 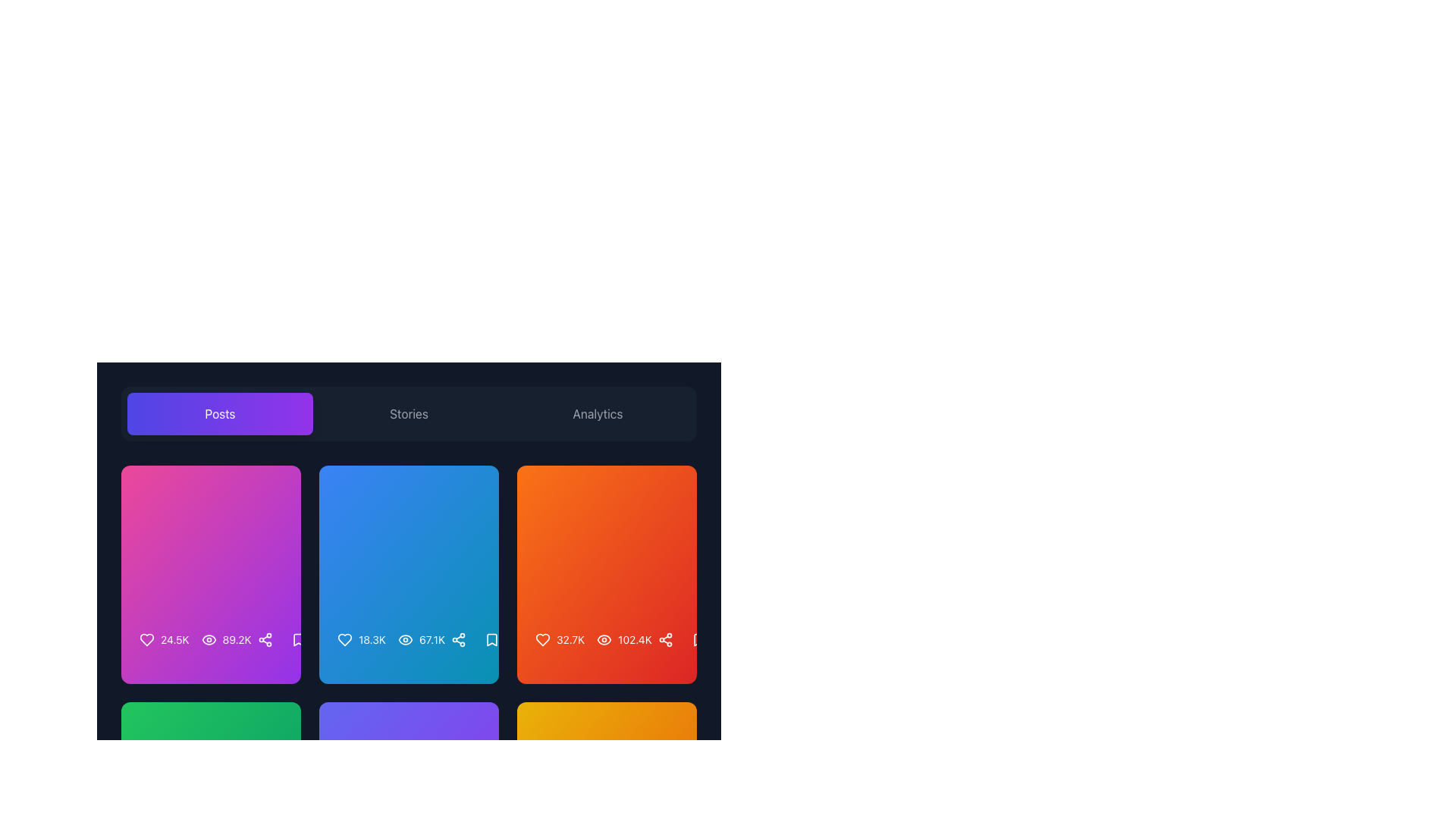 What do you see at coordinates (542, 640) in the screenshot?
I see `the heart-shaped icon with a white outline, which represents the 'like' or 'favorite' function` at bounding box center [542, 640].